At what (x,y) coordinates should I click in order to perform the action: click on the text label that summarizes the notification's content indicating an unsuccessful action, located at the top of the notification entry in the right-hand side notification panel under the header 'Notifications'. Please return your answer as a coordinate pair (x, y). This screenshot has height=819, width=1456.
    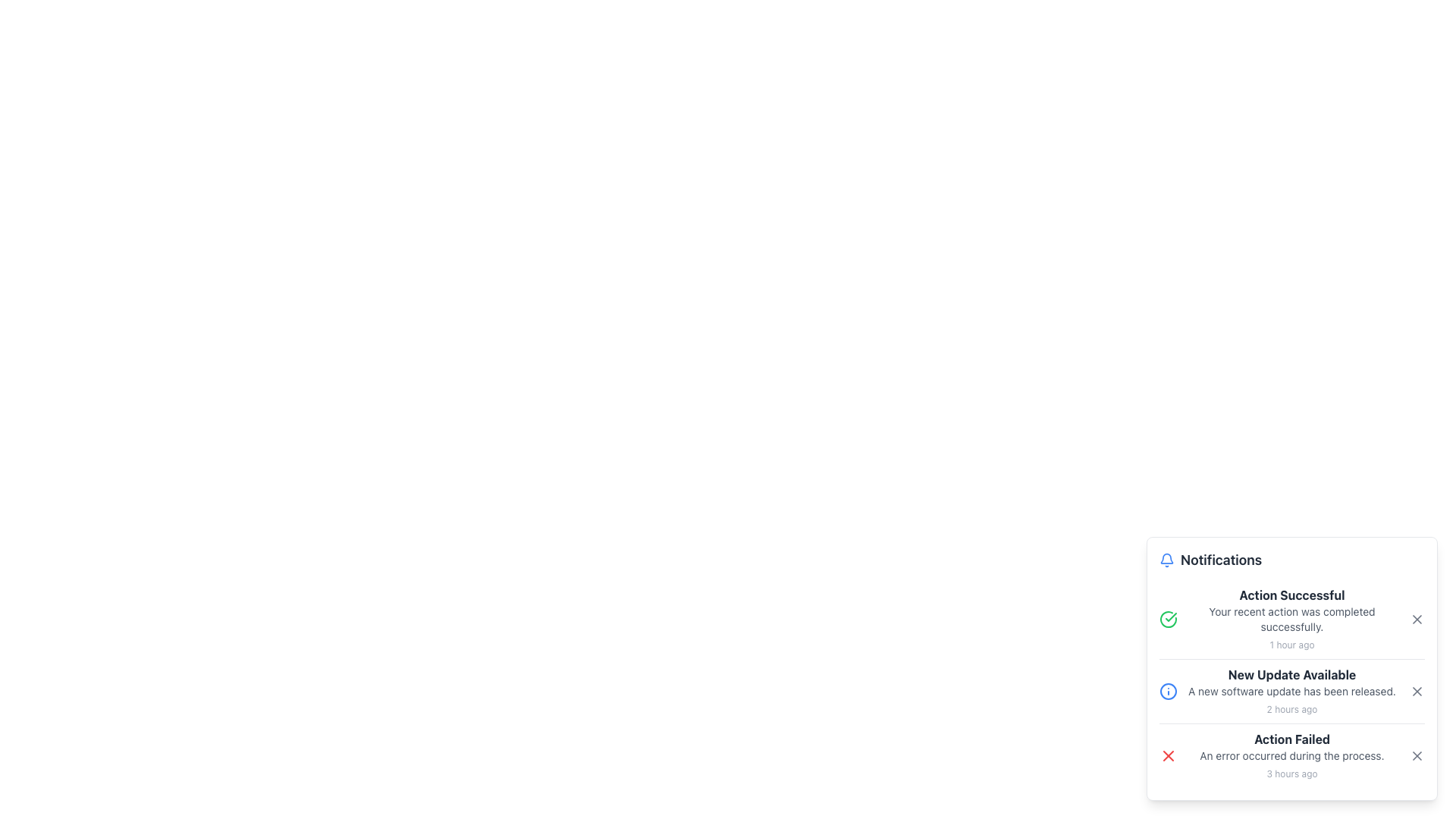
    Looking at the image, I should click on (1291, 739).